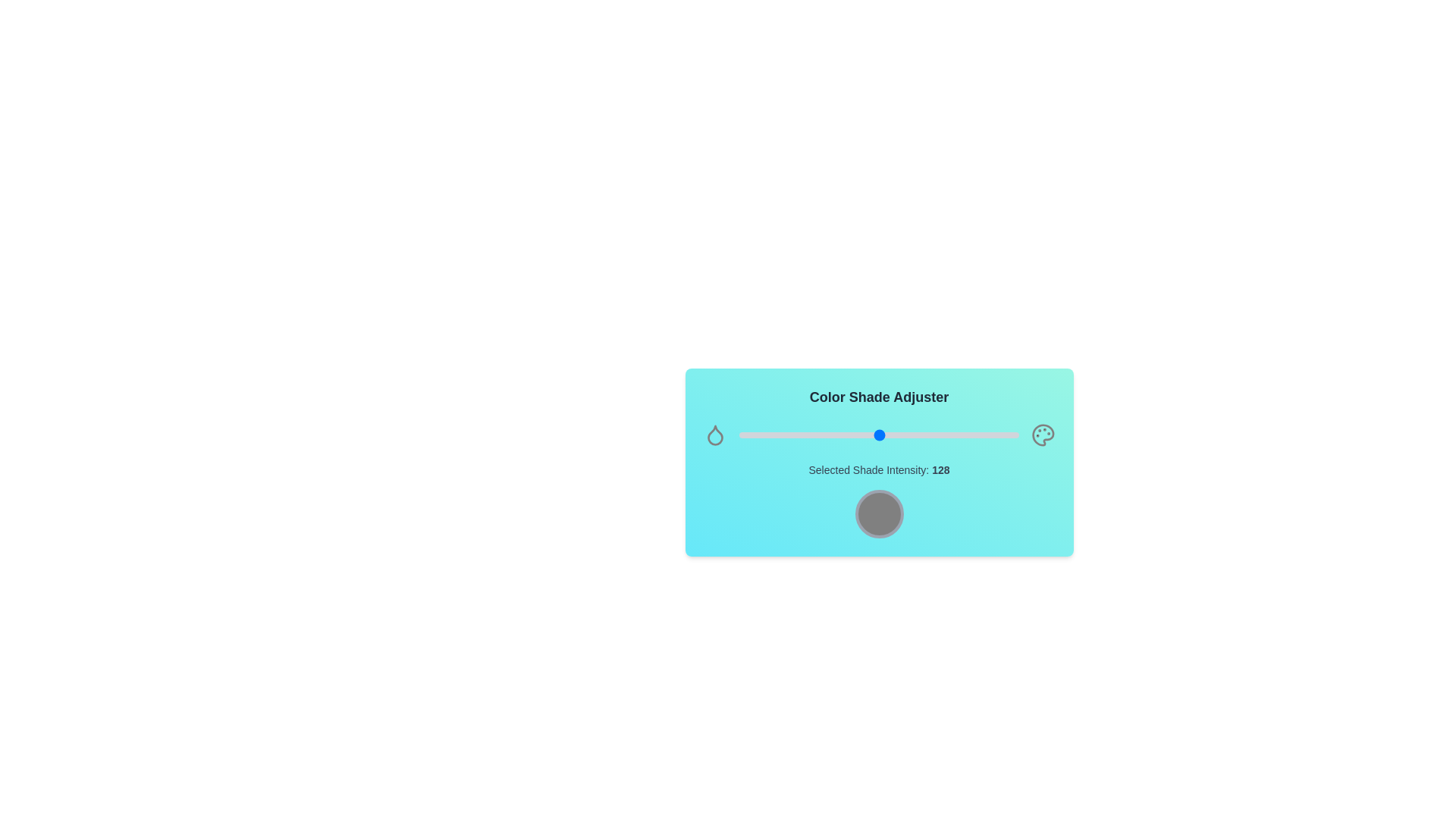 This screenshot has height=819, width=1456. I want to click on the shade intensity slider to 68 value, so click(813, 435).